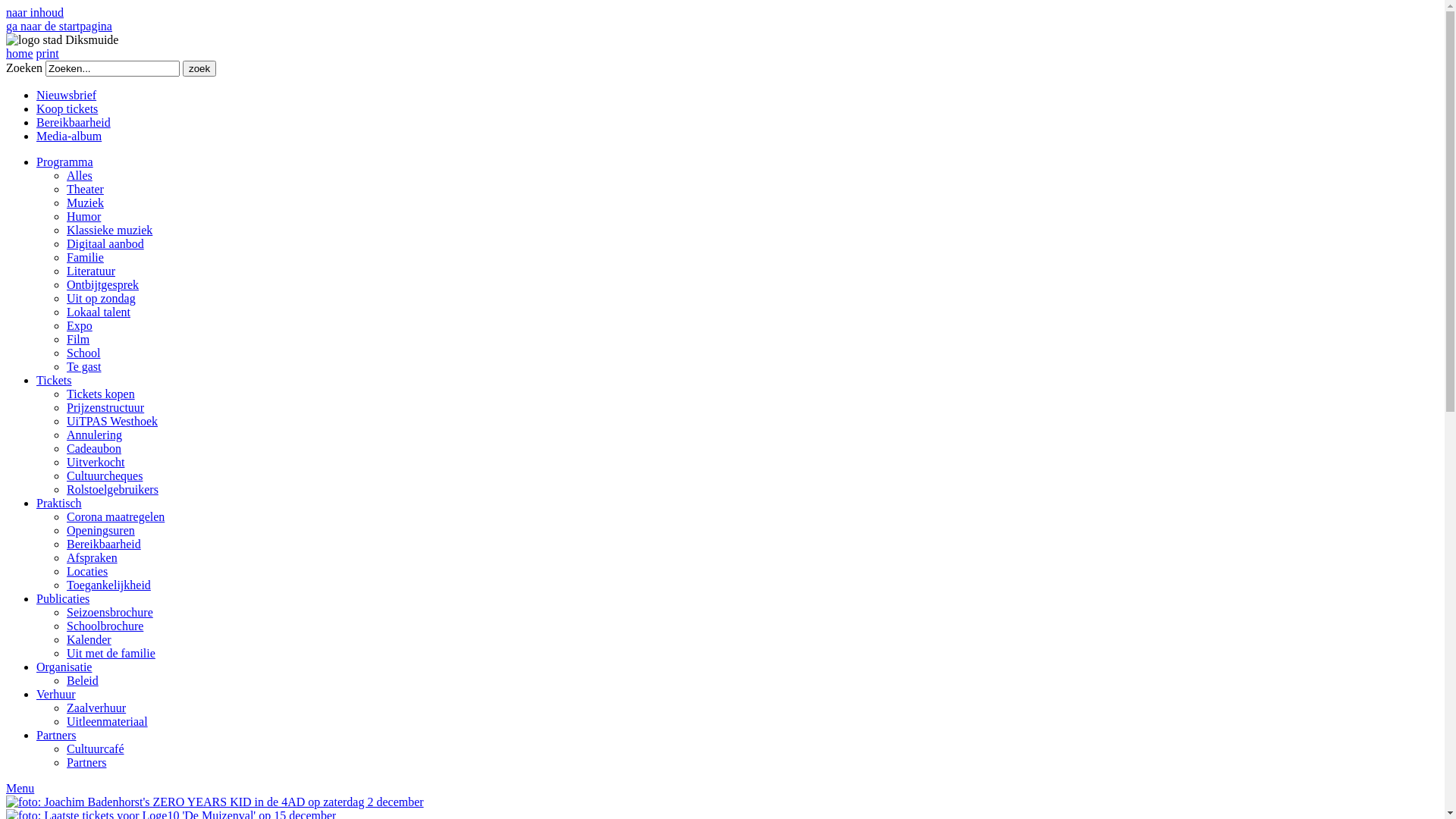 The width and height of the screenshot is (1456, 819). Describe the element at coordinates (61, 598) in the screenshot. I see `'Publicaties'` at that location.